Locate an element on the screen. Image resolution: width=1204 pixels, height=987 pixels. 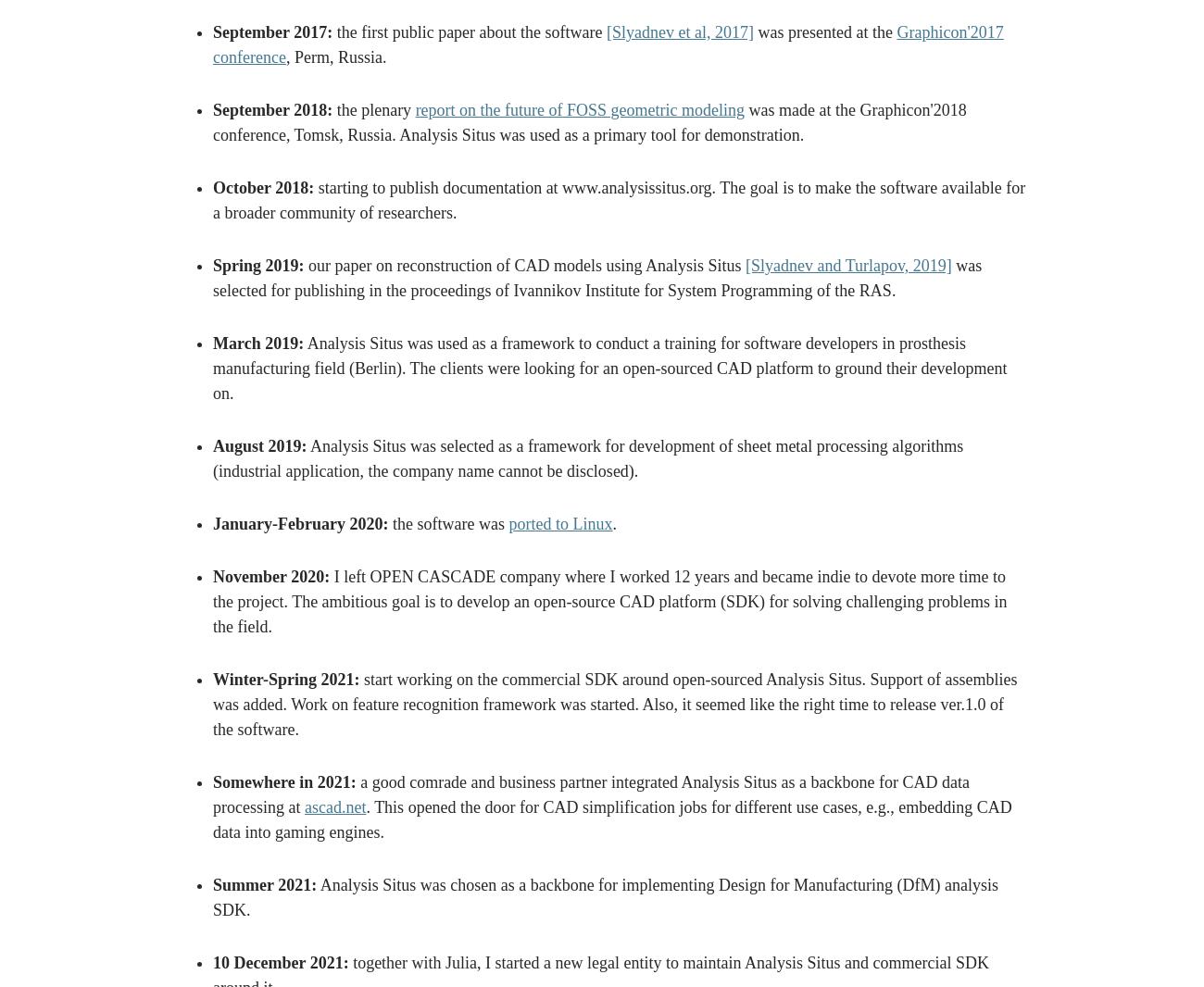
'the plenary' is located at coordinates (373, 108).